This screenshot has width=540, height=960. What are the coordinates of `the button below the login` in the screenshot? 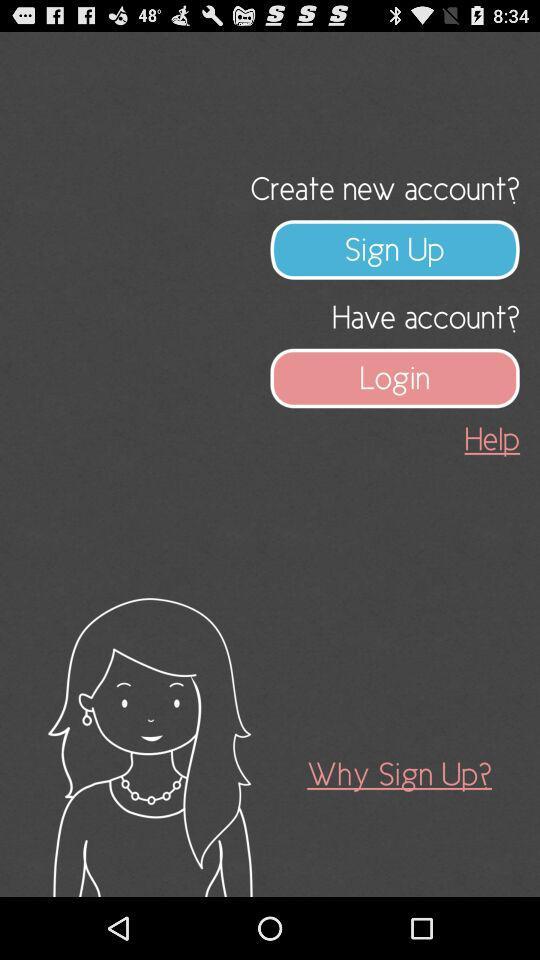 It's located at (491, 439).